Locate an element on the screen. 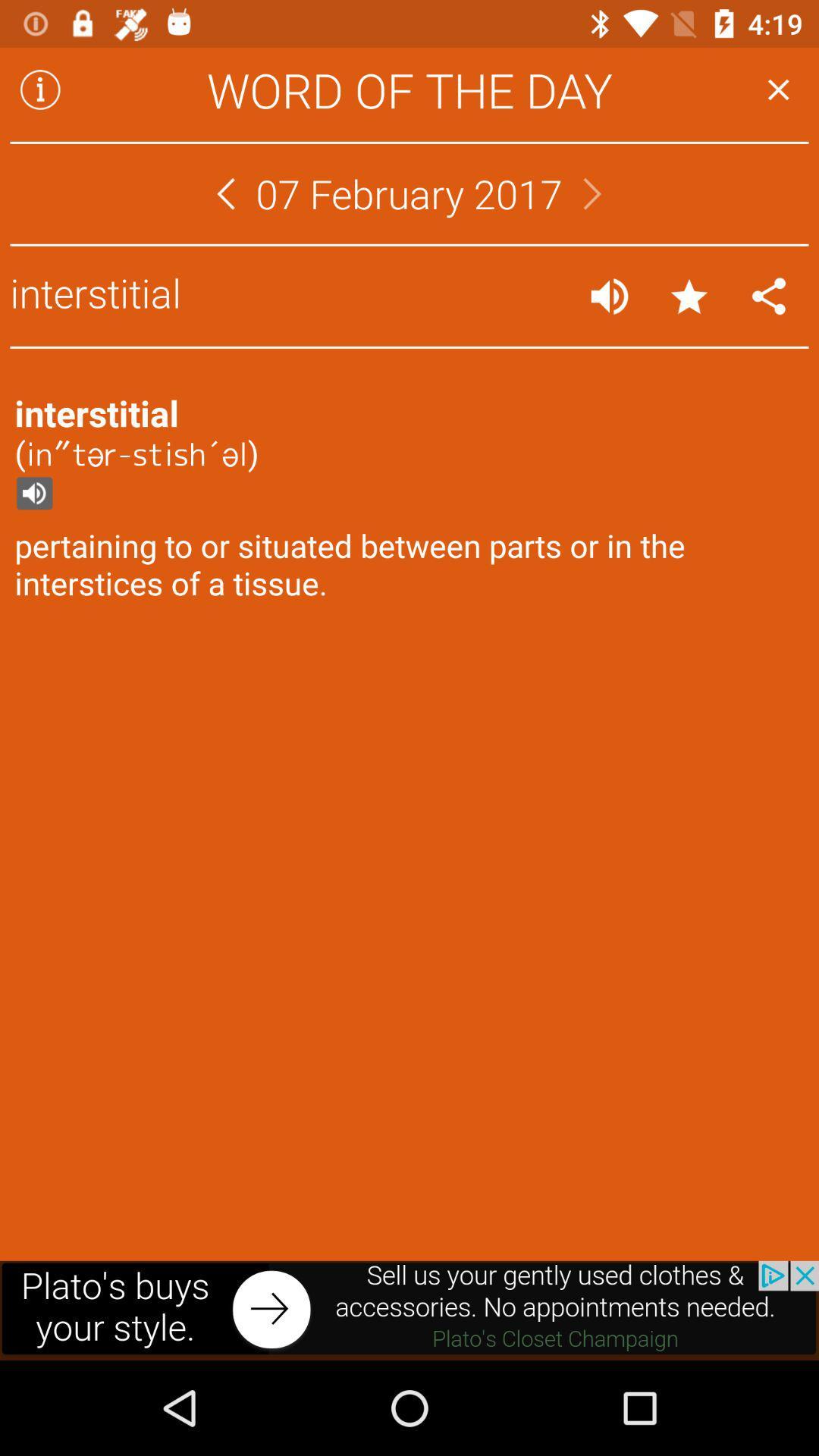 This screenshot has height=1456, width=819. audio volume is located at coordinates (608, 296).